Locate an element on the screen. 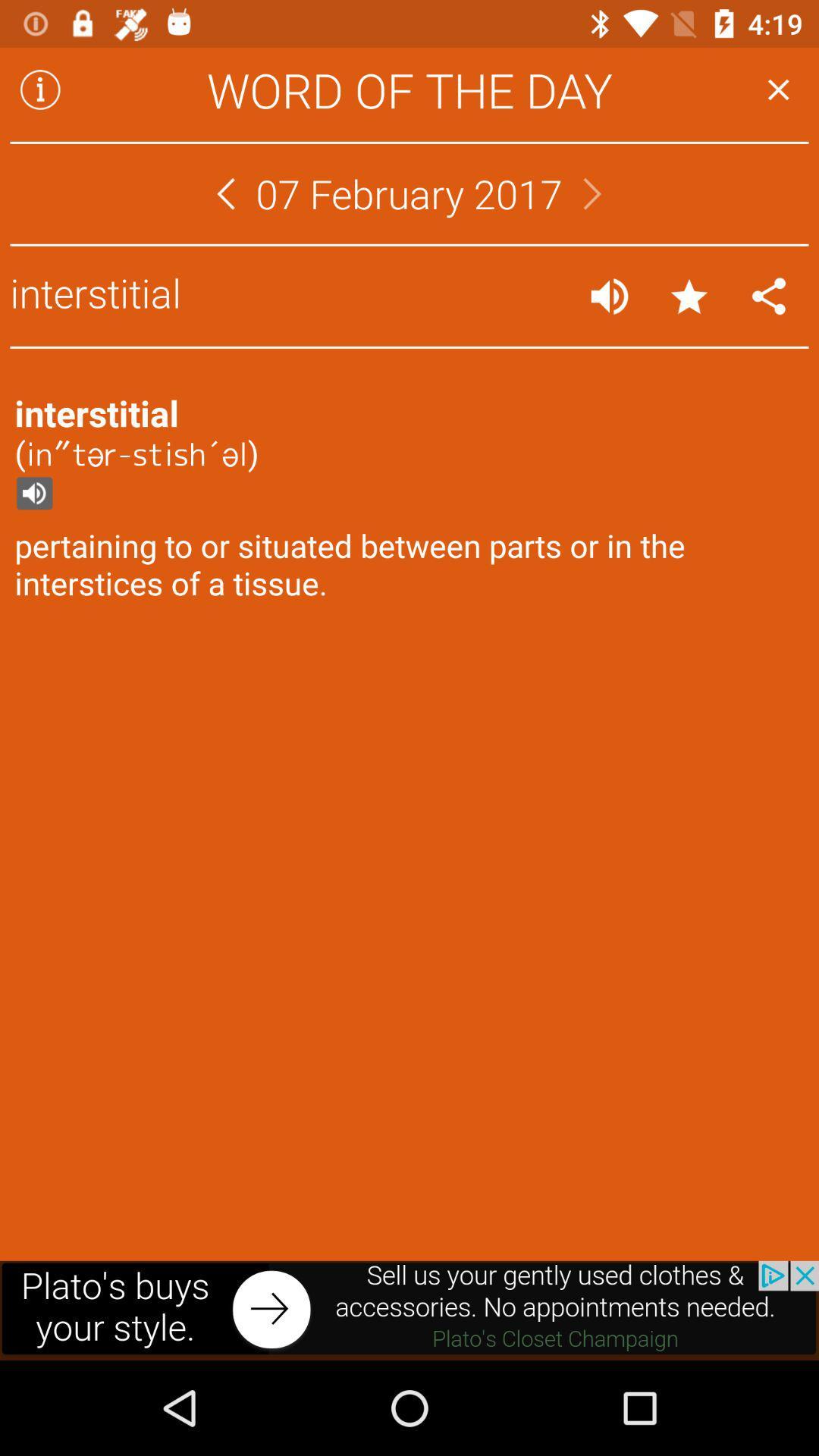 This screenshot has height=1456, width=819. audio volume is located at coordinates (608, 296).